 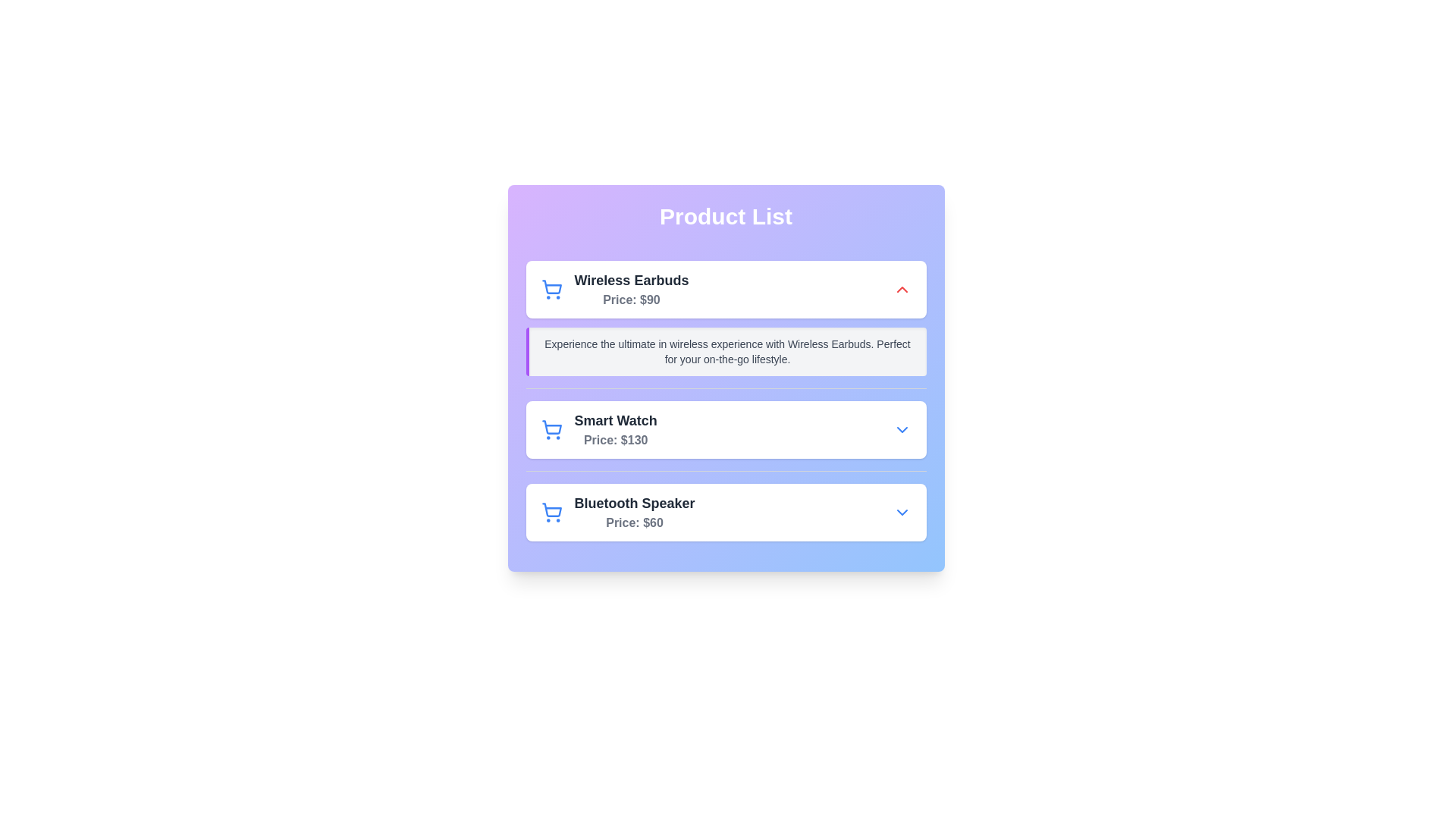 What do you see at coordinates (551, 289) in the screenshot?
I see `the shopping cart icon for the product Wireless Earbuds` at bounding box center [551, 289].